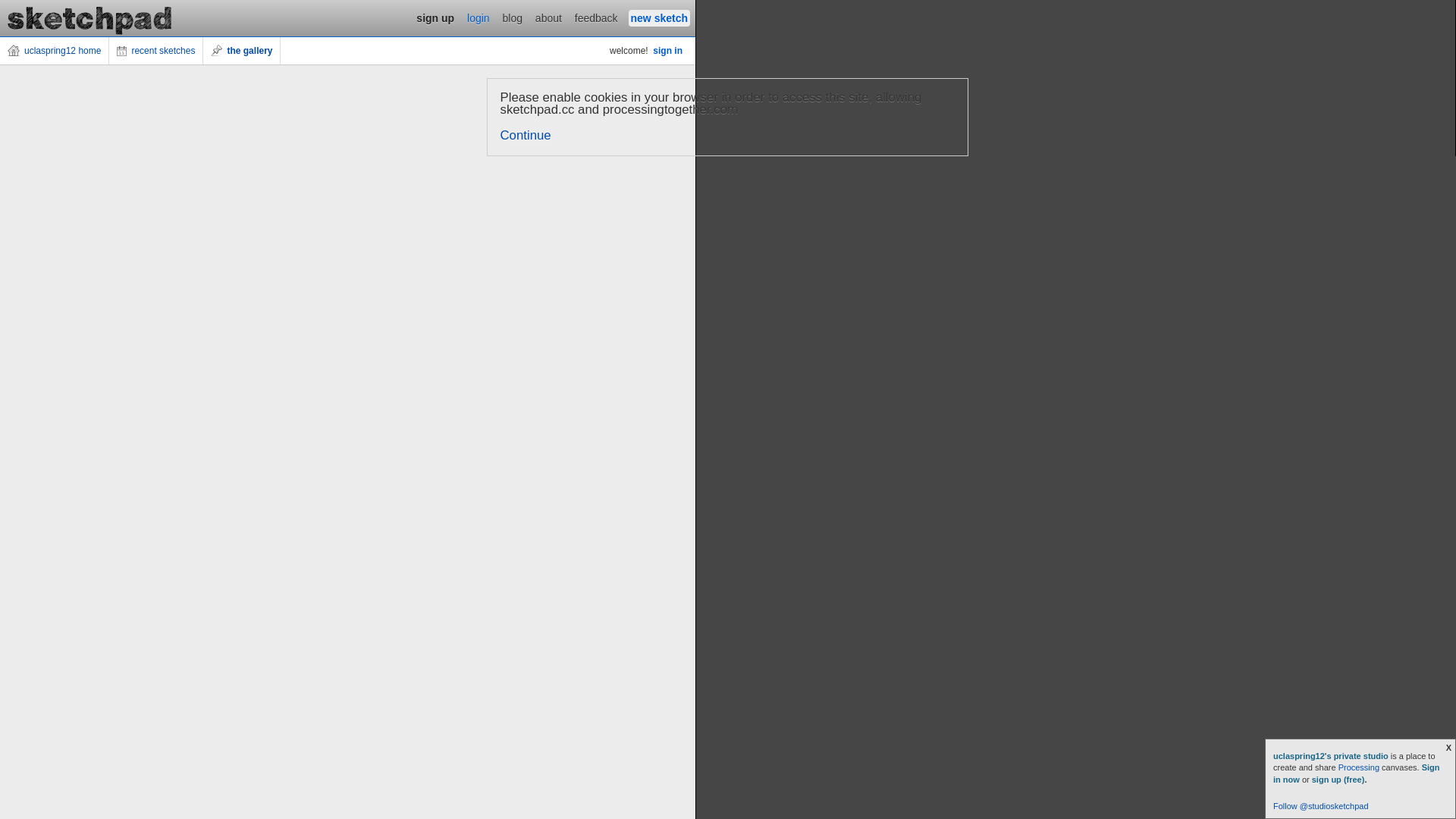 The height and width of the screenshot is (819, 1456). What do you see at coordinates (1320, 805) in the screenshot?
I see `'Follow @studiosketchpad'` at bounding box center [1320, 805].